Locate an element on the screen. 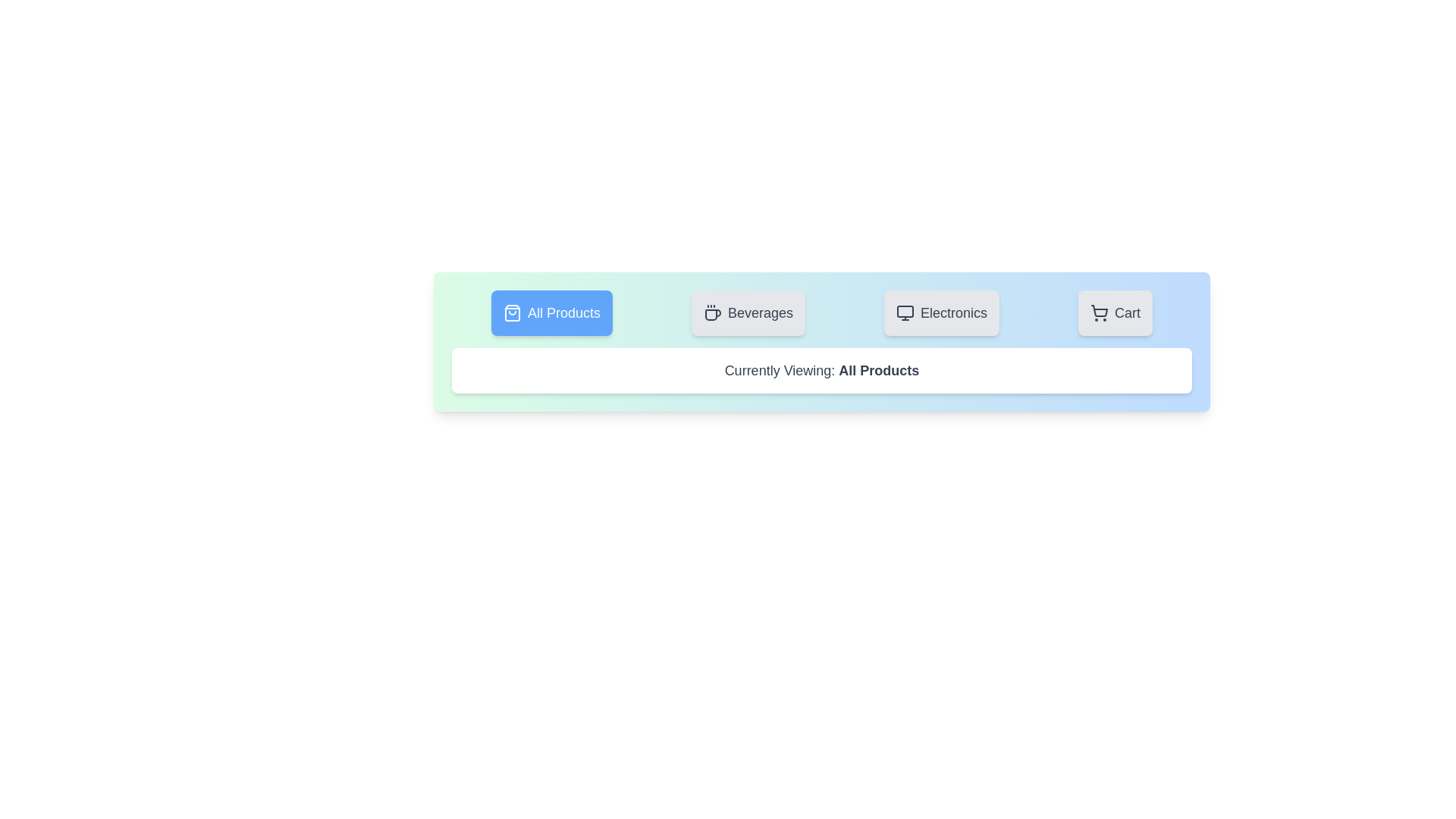 The image size is (1456, 819). the tab corresponding to Beverages to switch to that product category is located at coordinates (748, 312).